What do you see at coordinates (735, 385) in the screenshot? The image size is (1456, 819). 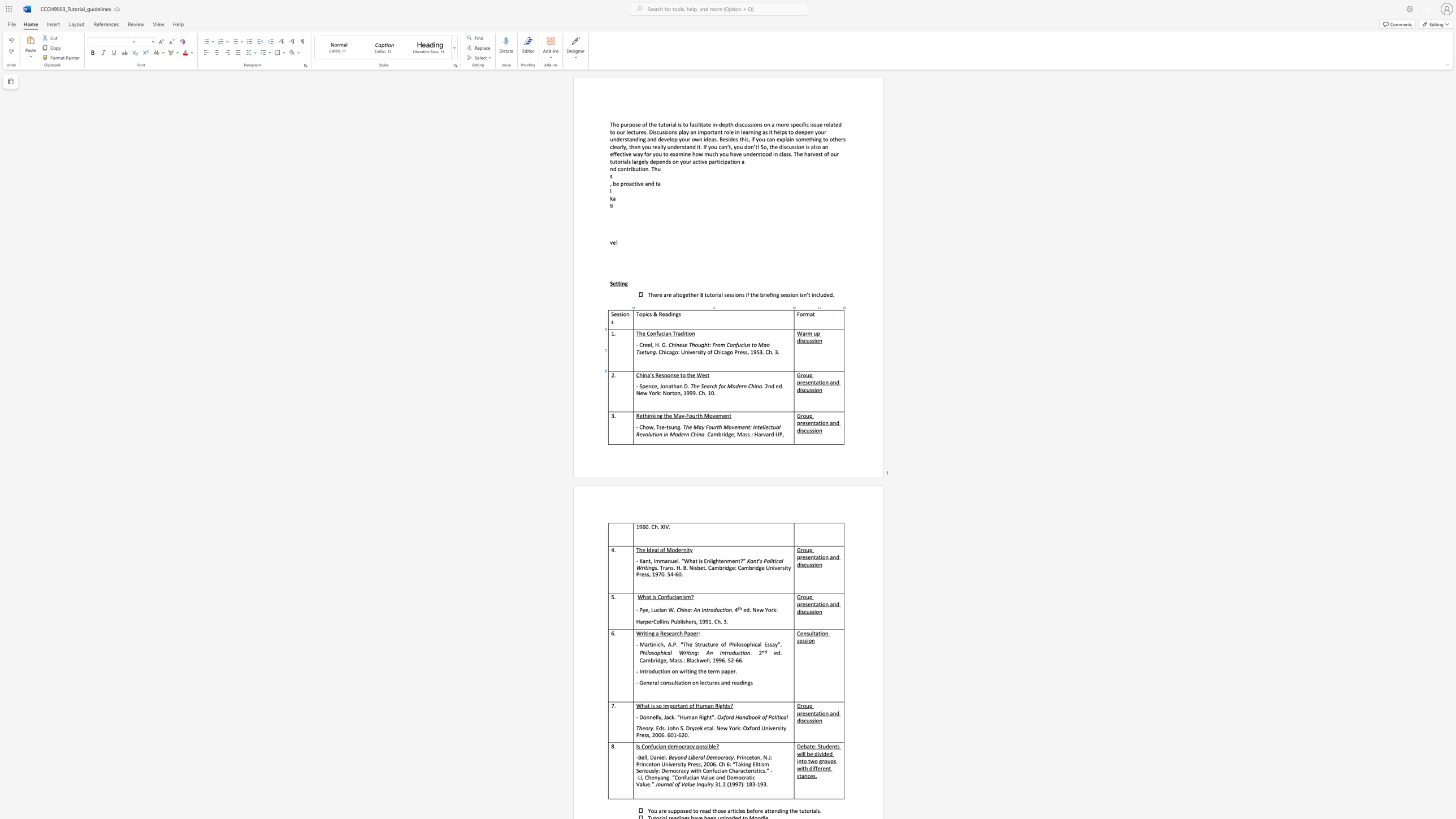 I see `the space between the continuous character "o" and "d" in the text` at bounding box center [735, 385].